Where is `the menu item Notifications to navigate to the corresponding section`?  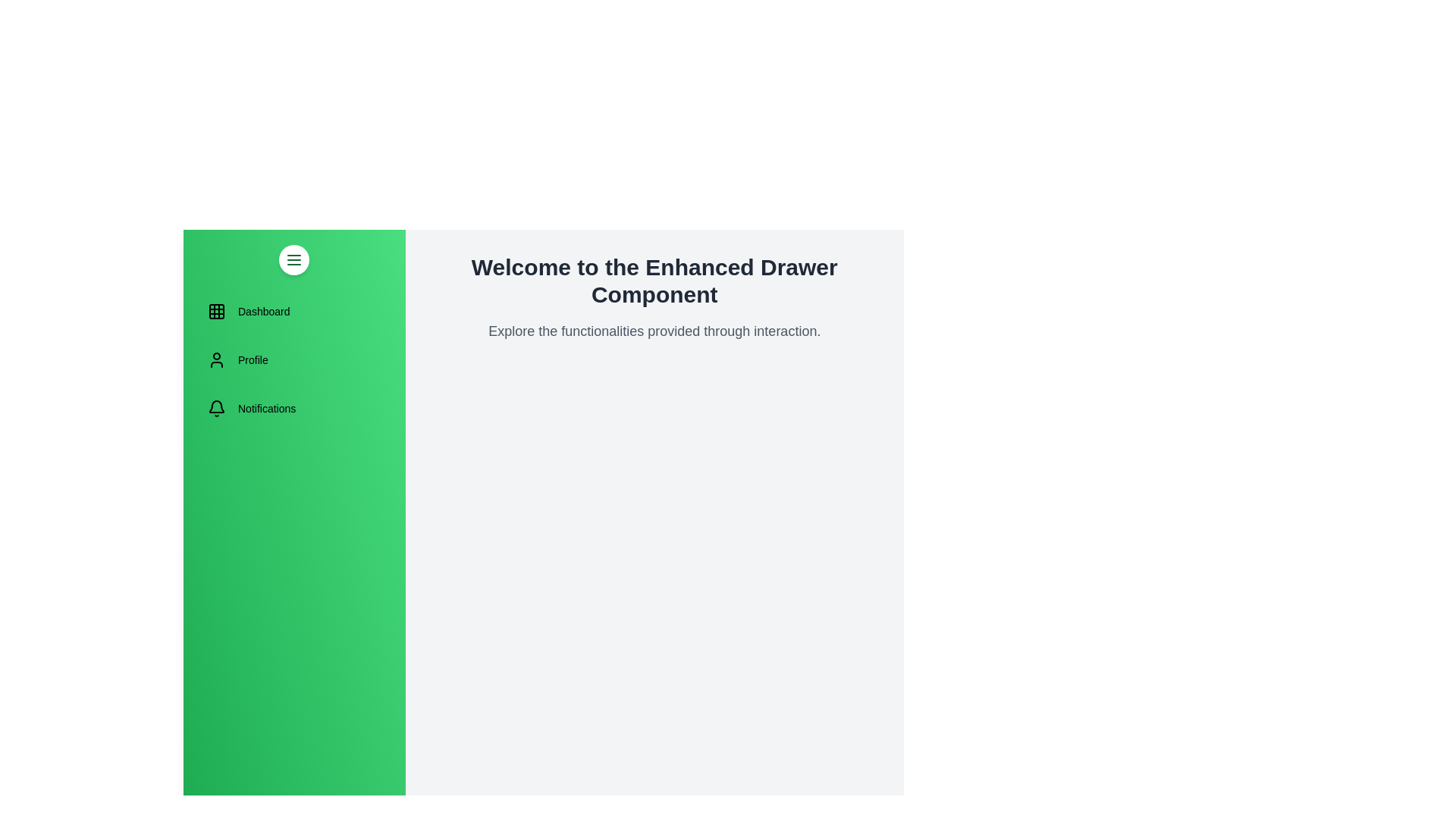
the menu item Notifications to navigate to the corresponding section is located at coordinates (294, 408).